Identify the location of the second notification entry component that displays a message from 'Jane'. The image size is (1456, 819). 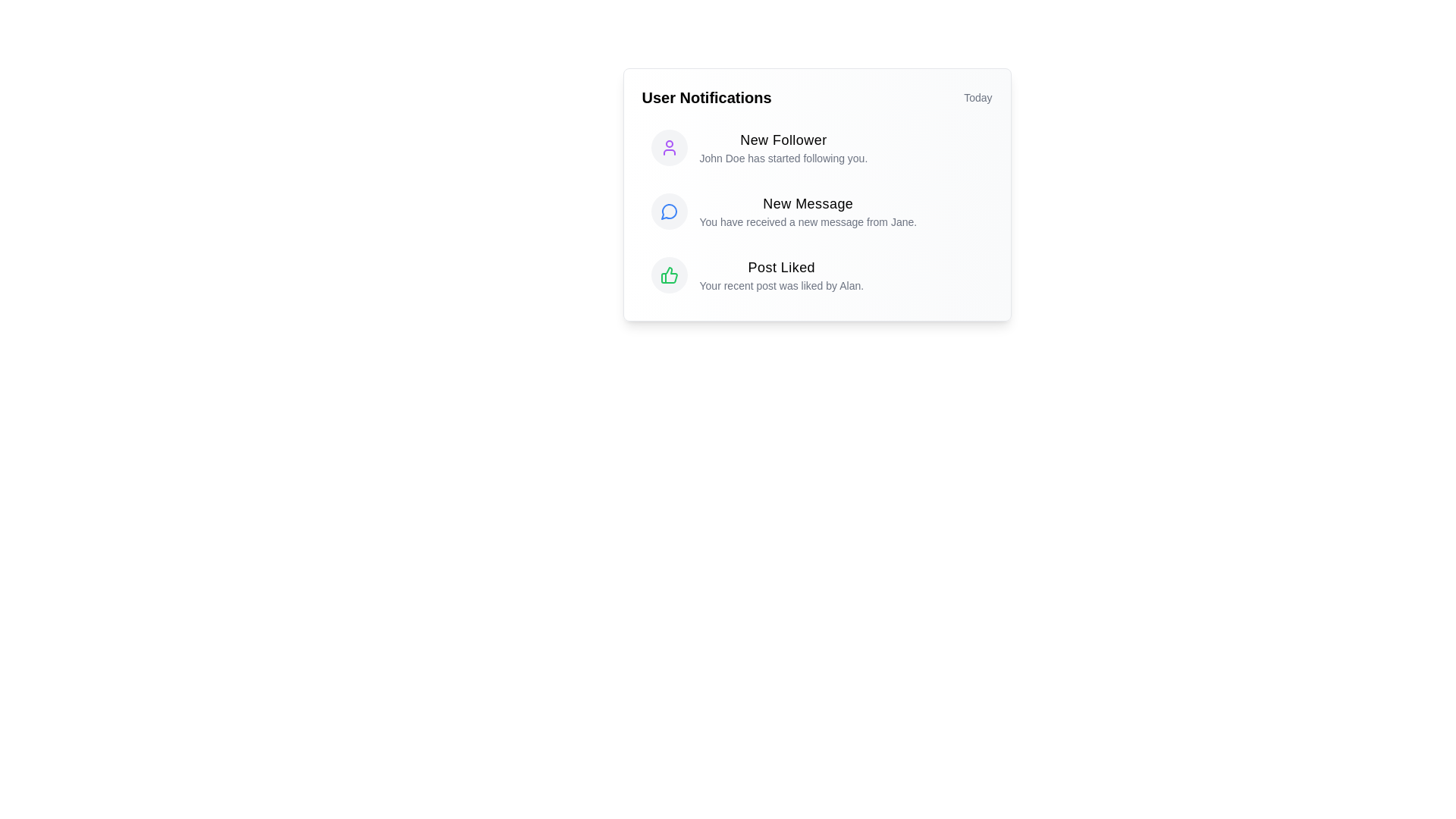
(816, 211).